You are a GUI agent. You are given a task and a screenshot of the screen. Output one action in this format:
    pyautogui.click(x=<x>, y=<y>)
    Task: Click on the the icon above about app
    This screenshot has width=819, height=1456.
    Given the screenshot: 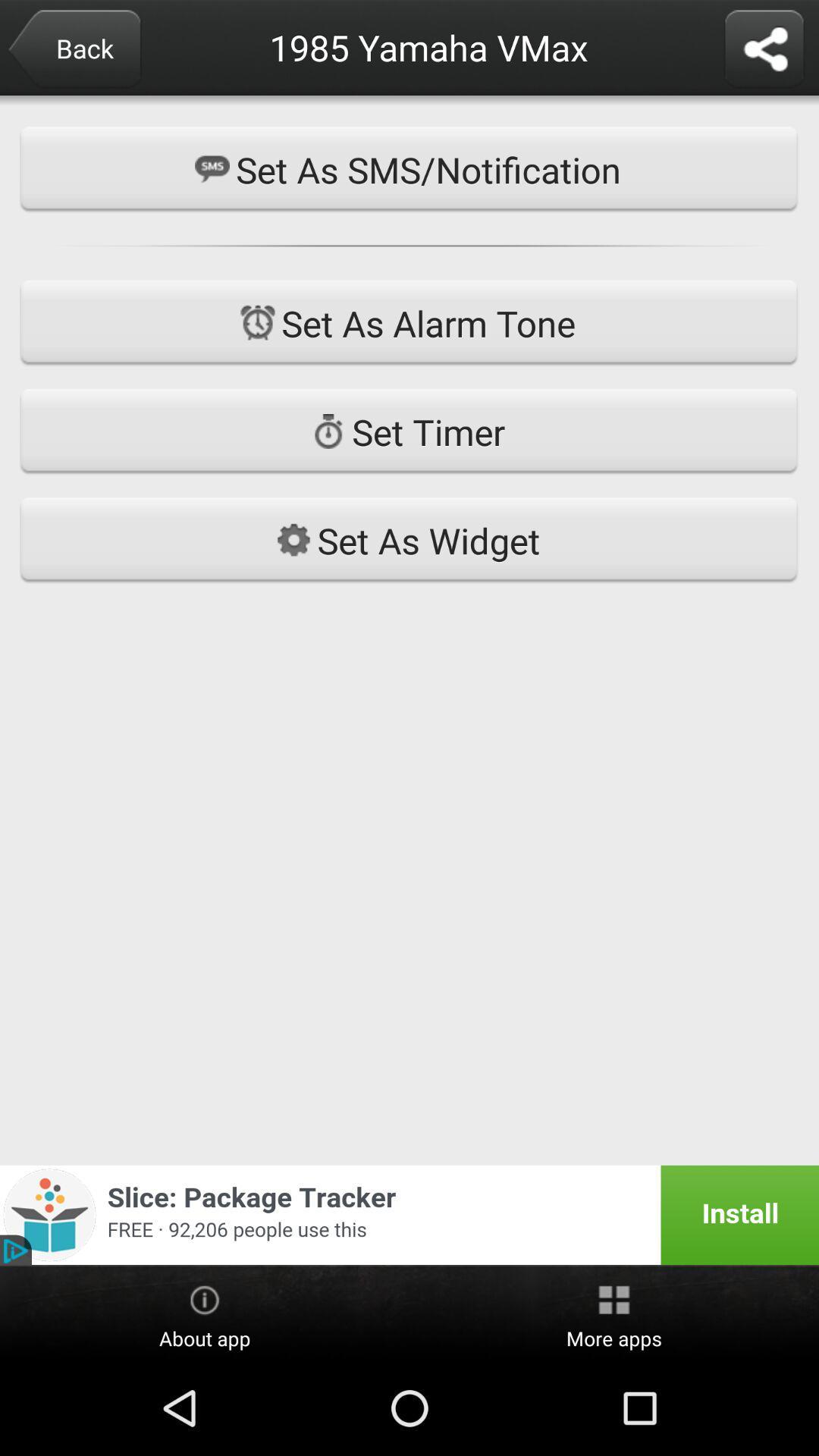 What is the action you would take?
    pyautogui.click(x=409, y=1215)
    